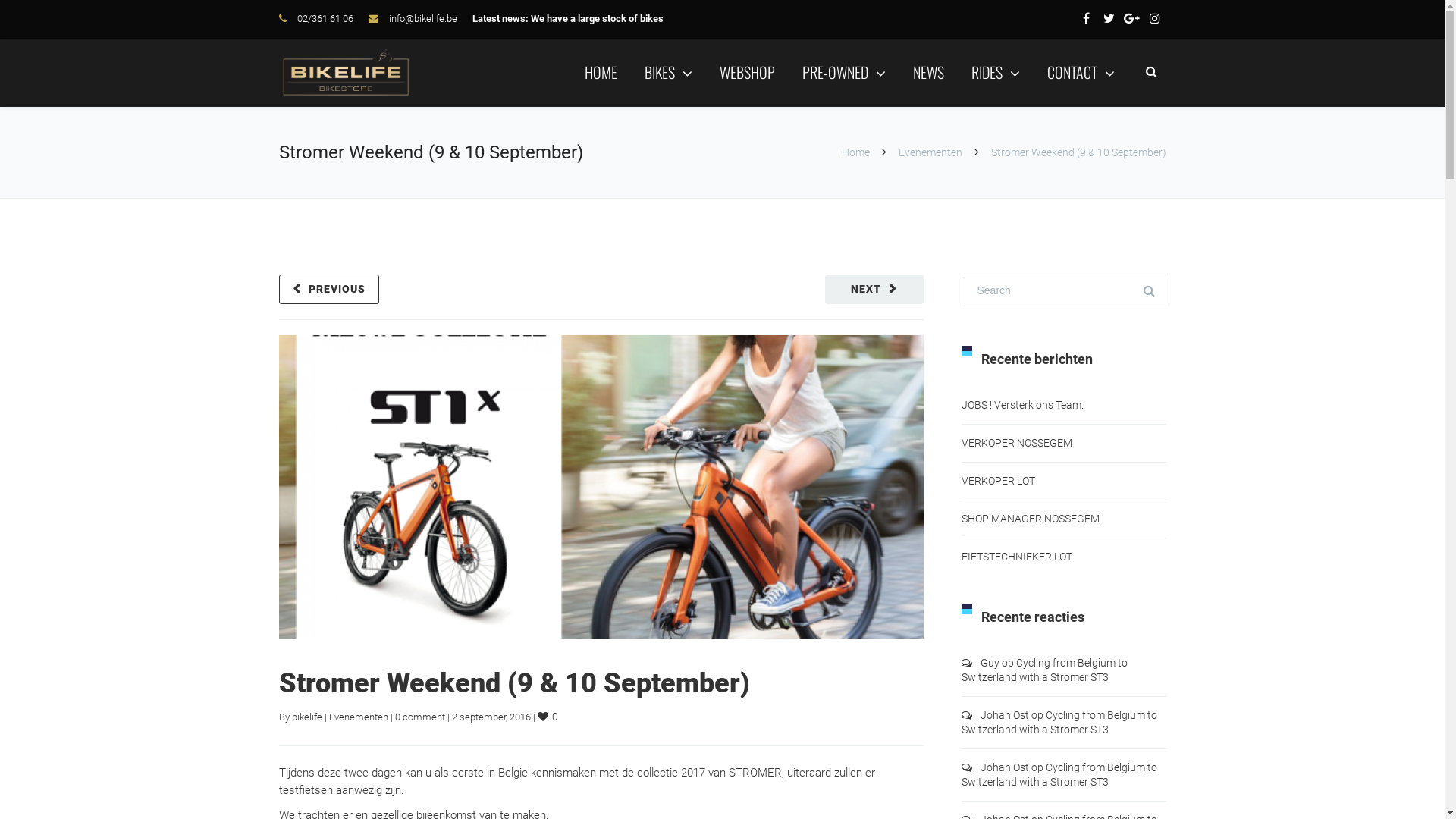 The width and height of the screenshot is (1456, 819). I want to click on 'RIDES', so click(994, 72).